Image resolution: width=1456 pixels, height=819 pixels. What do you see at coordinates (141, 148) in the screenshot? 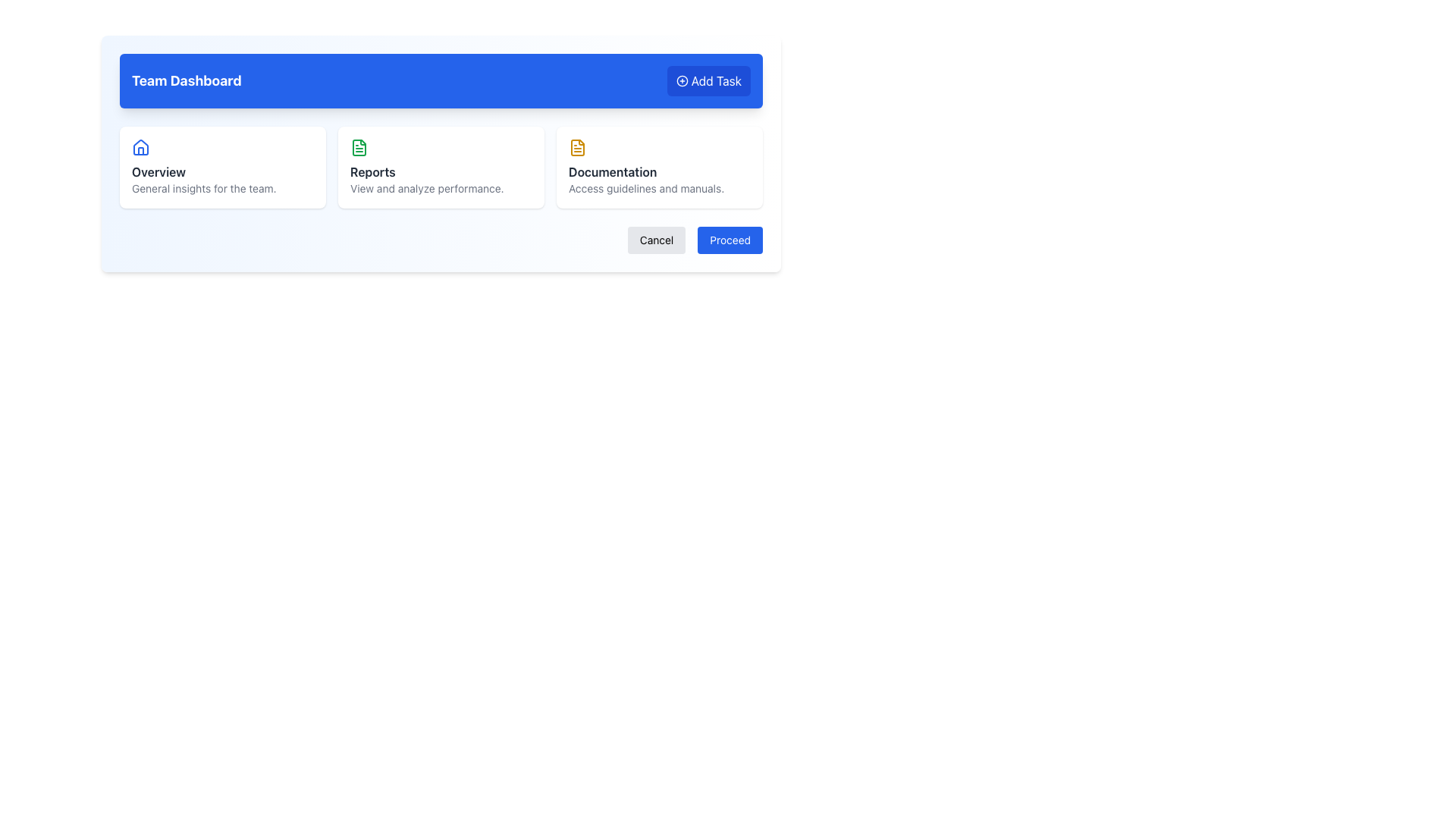
I see `the house icon located in the top-left corner of the 'Overview' card to use it as a reference for the associated section` at bounding box center [141, 148].